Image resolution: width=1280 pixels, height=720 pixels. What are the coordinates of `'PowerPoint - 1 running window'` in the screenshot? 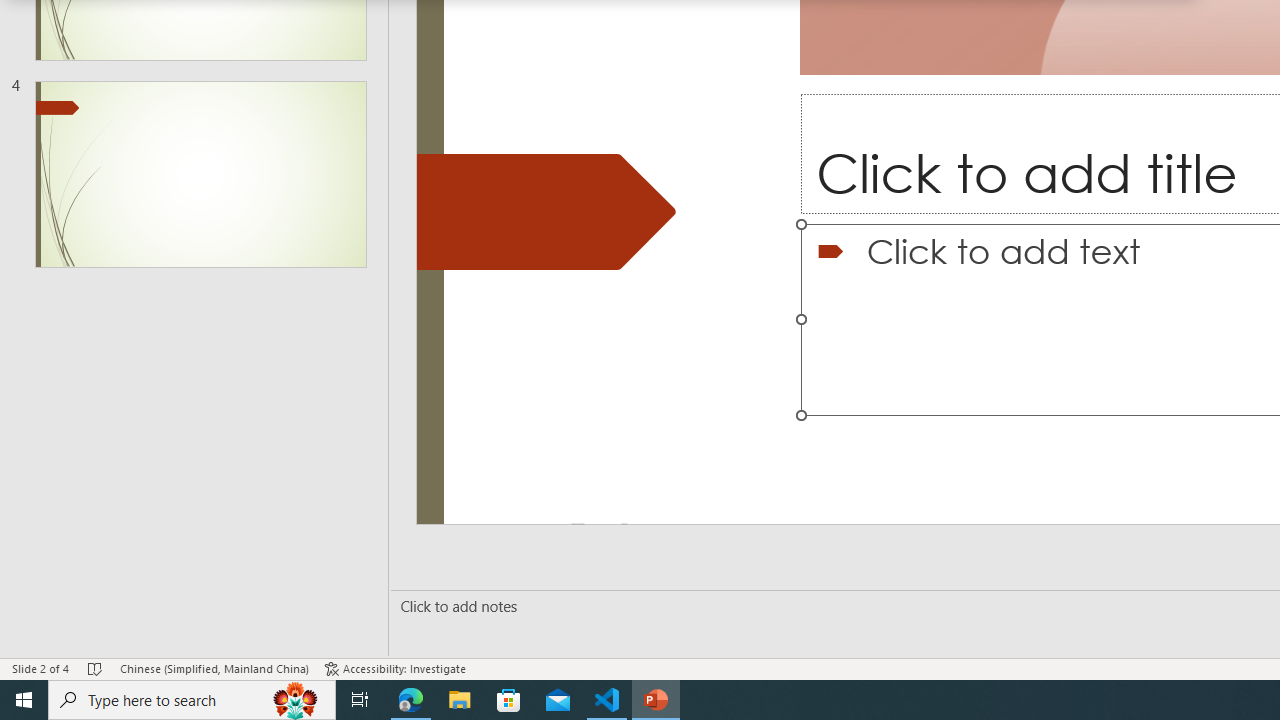 It's located at (656, 698).